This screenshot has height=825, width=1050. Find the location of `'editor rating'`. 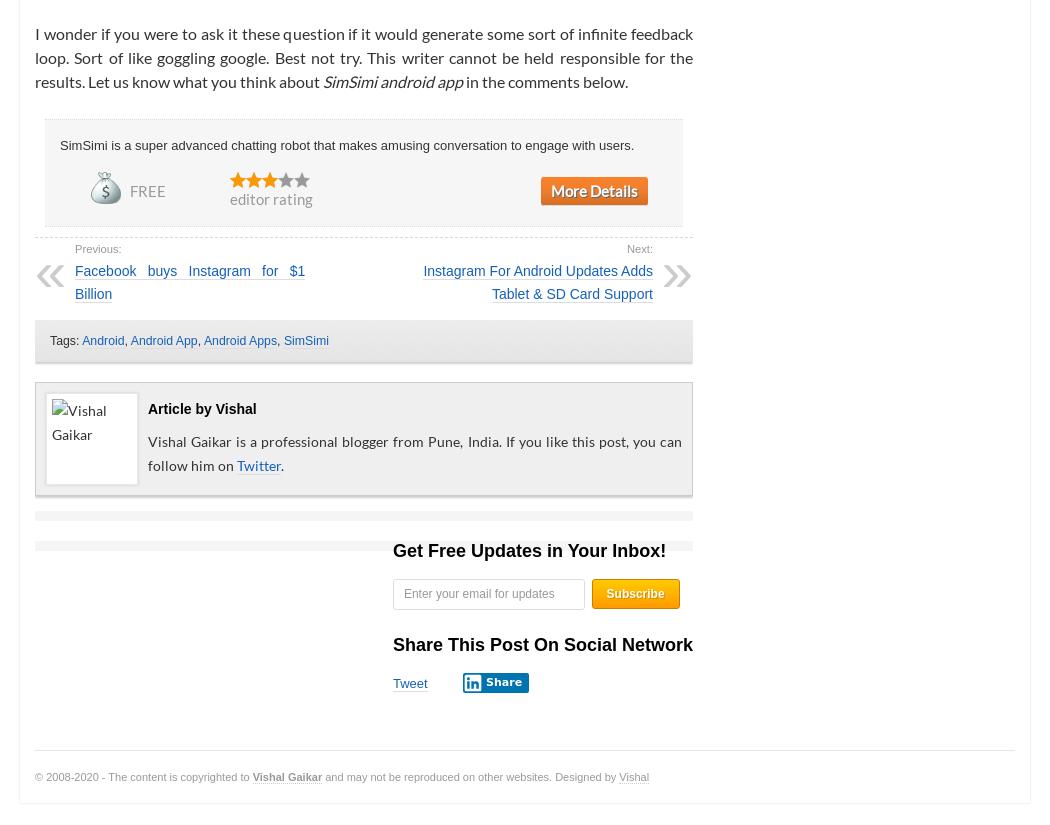

'editor rating' is located at coordinates (270, 197).